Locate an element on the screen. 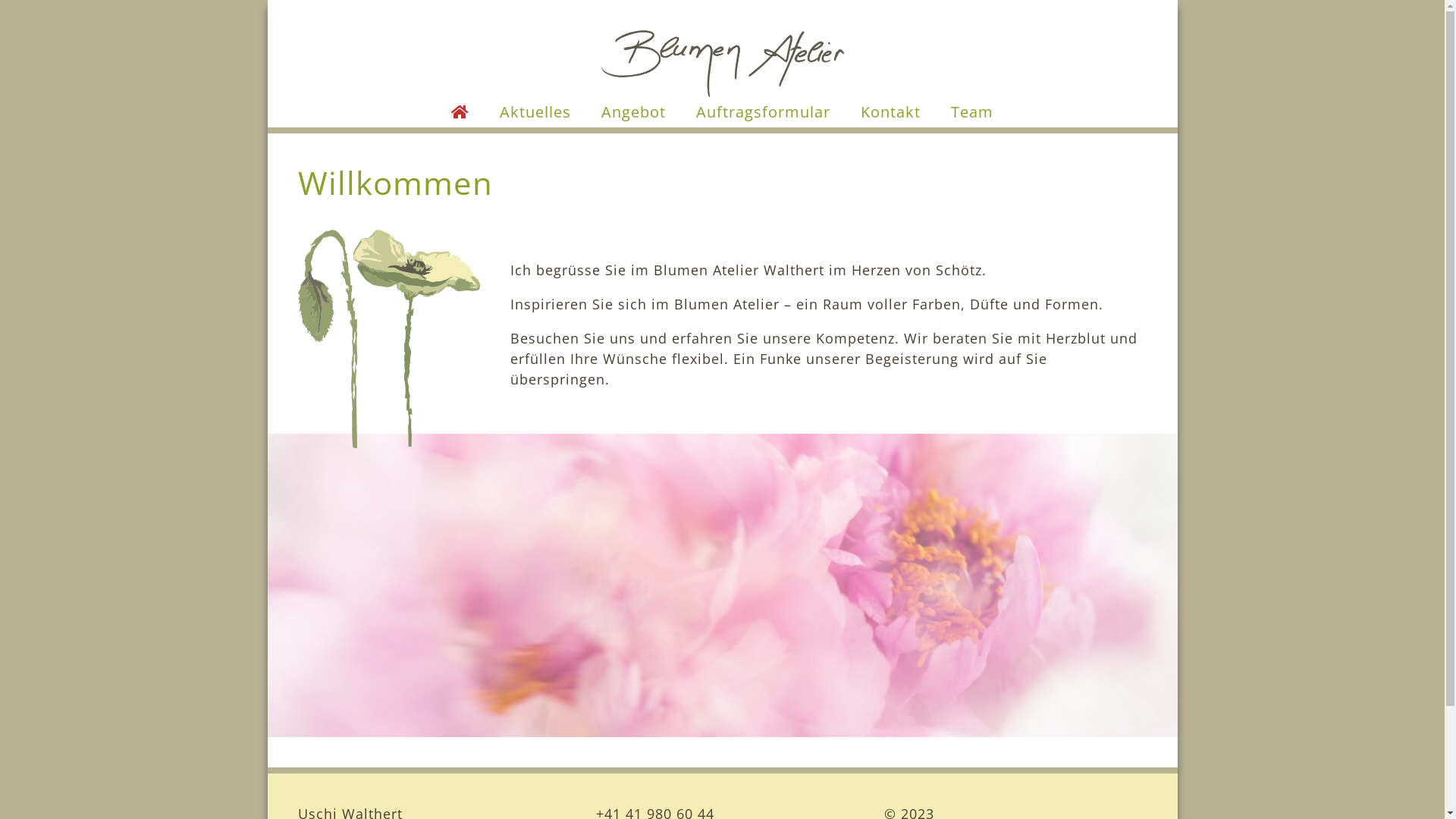  'Team' is located at coordinates (971, 111).